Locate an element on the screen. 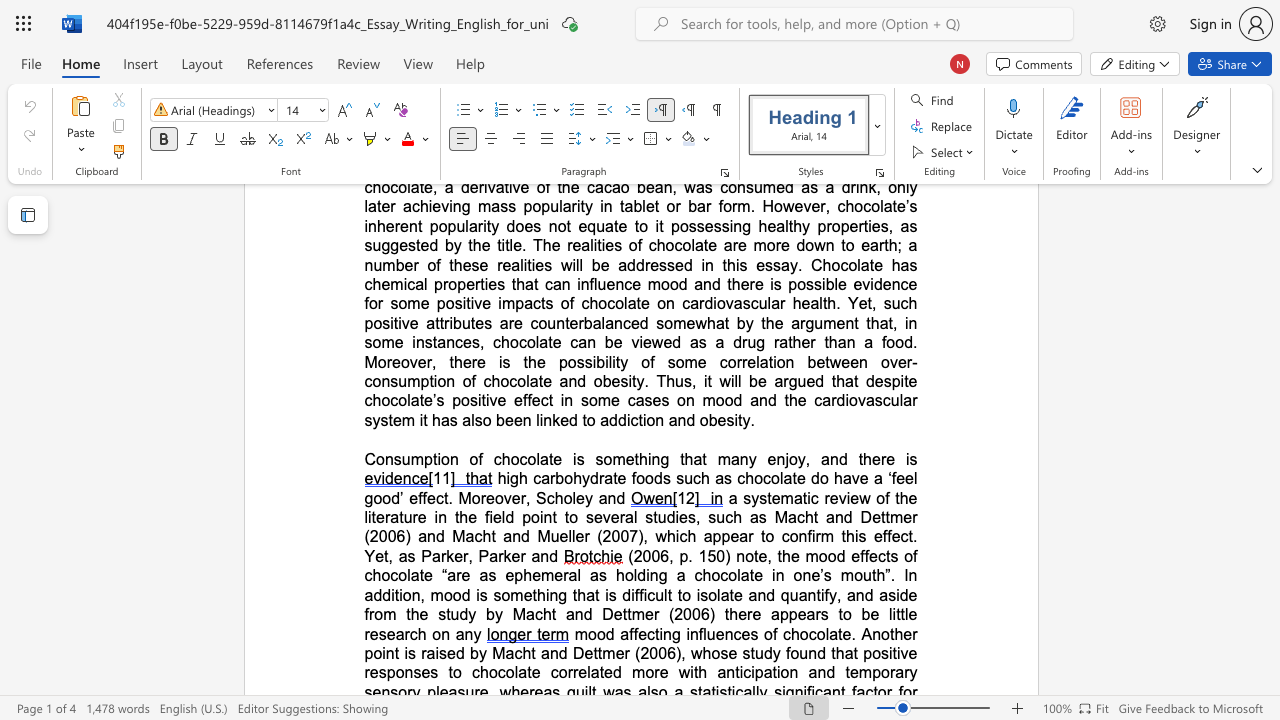 Image resolution: width=1280 pixels, height=720 pixels. the subset text "ettmer (2006) th" within the text "h”. In addition, mood is something that is difficult to isolate and quantify, and aside from the study by Macht and Dettmer (2006) there appears to be little research on any" is located at coordinates (612, 613).